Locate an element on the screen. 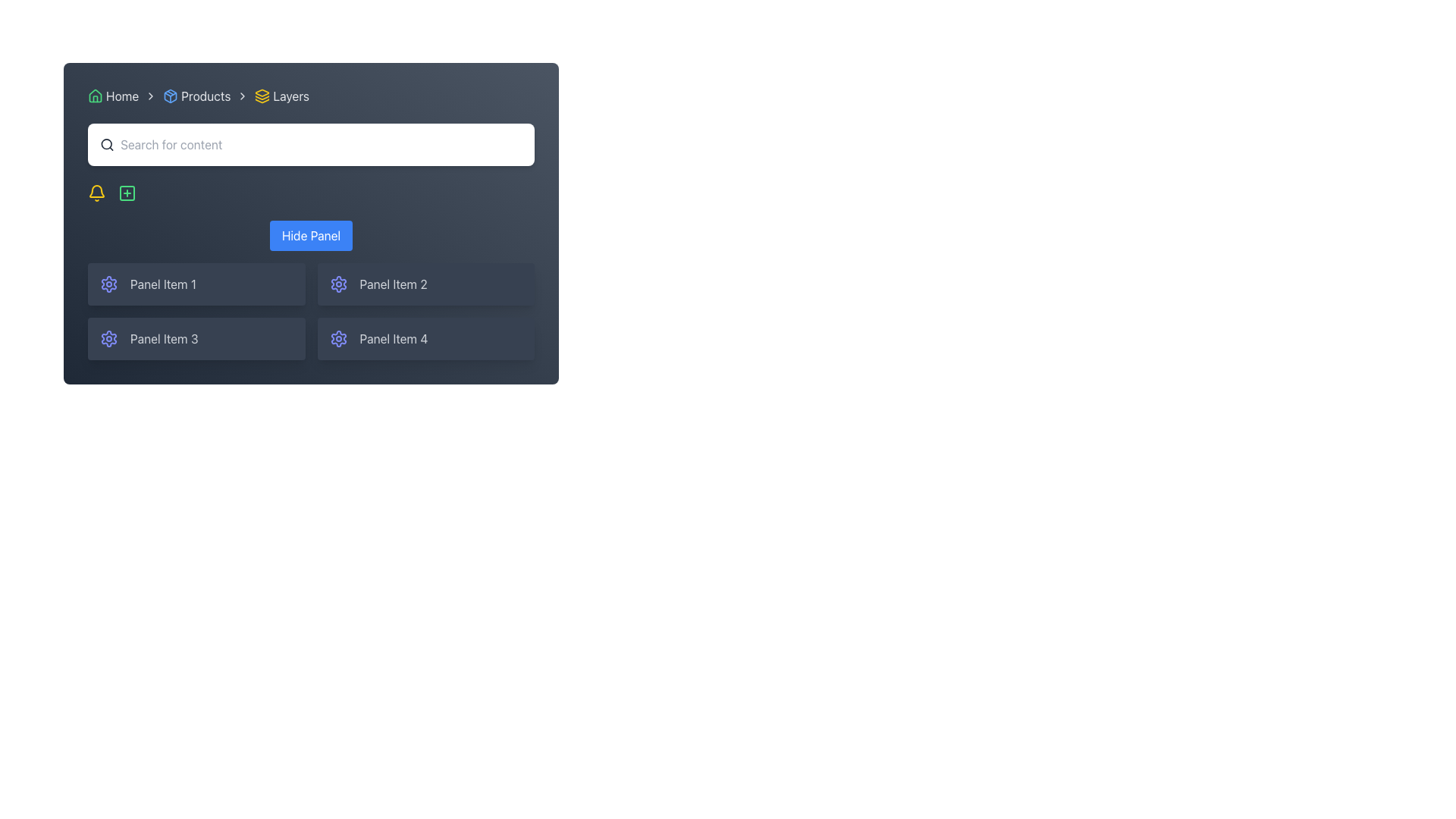 The height and width of the screenshot is (819, 1456). the right-pointing chevron icon enclosed in a circle, located in the breadcrumb navigation bar between 'Home' and 'Products' is located at coordinates (151, 96).